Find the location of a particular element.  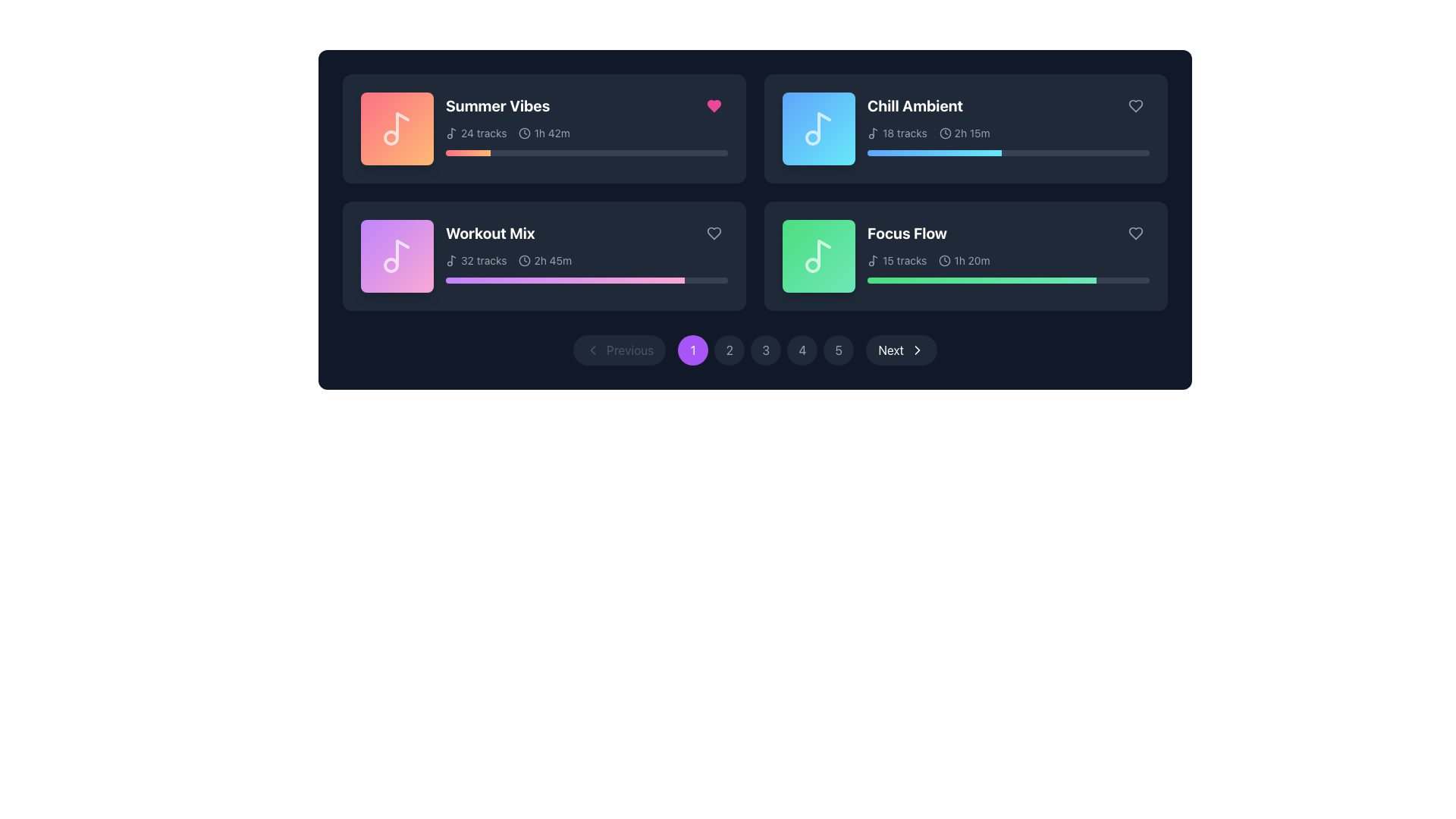

the circular button labeled '3' is located at coordinates (766, 350).